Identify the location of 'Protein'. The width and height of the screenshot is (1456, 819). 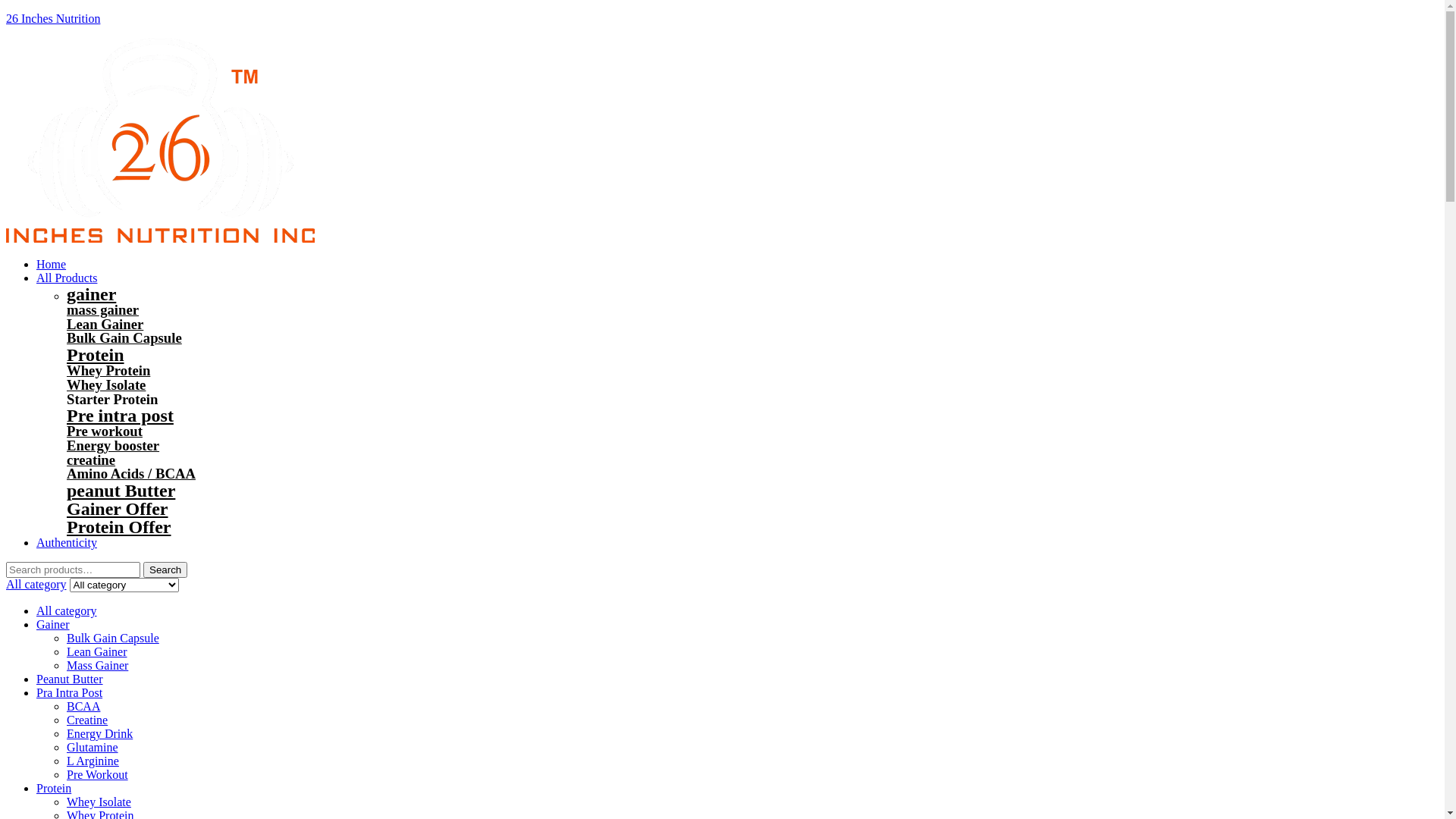
(54, 787).